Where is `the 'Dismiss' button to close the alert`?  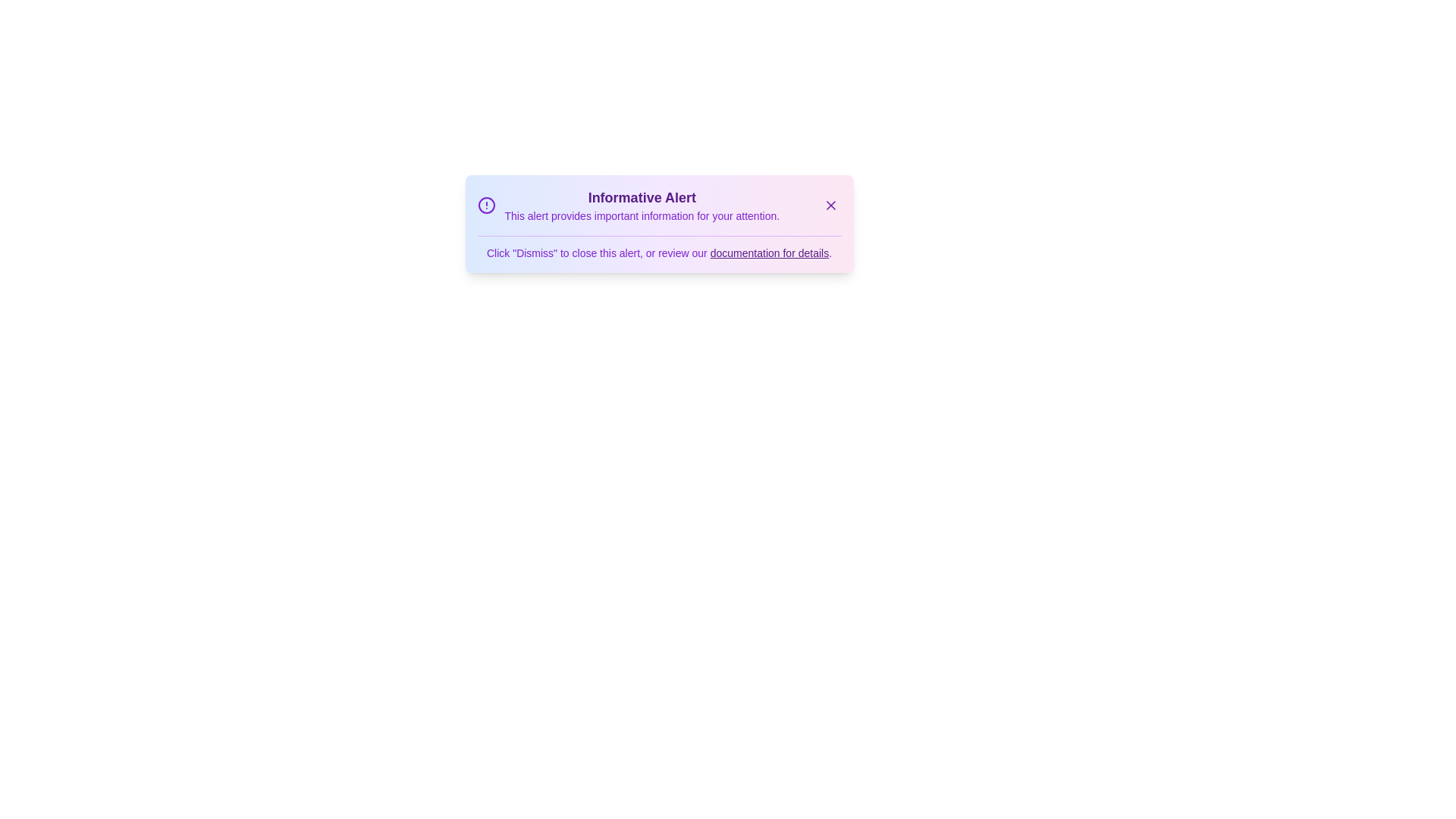 the 'Dismiss' button to close the alert is located at coordinates (830, 205).